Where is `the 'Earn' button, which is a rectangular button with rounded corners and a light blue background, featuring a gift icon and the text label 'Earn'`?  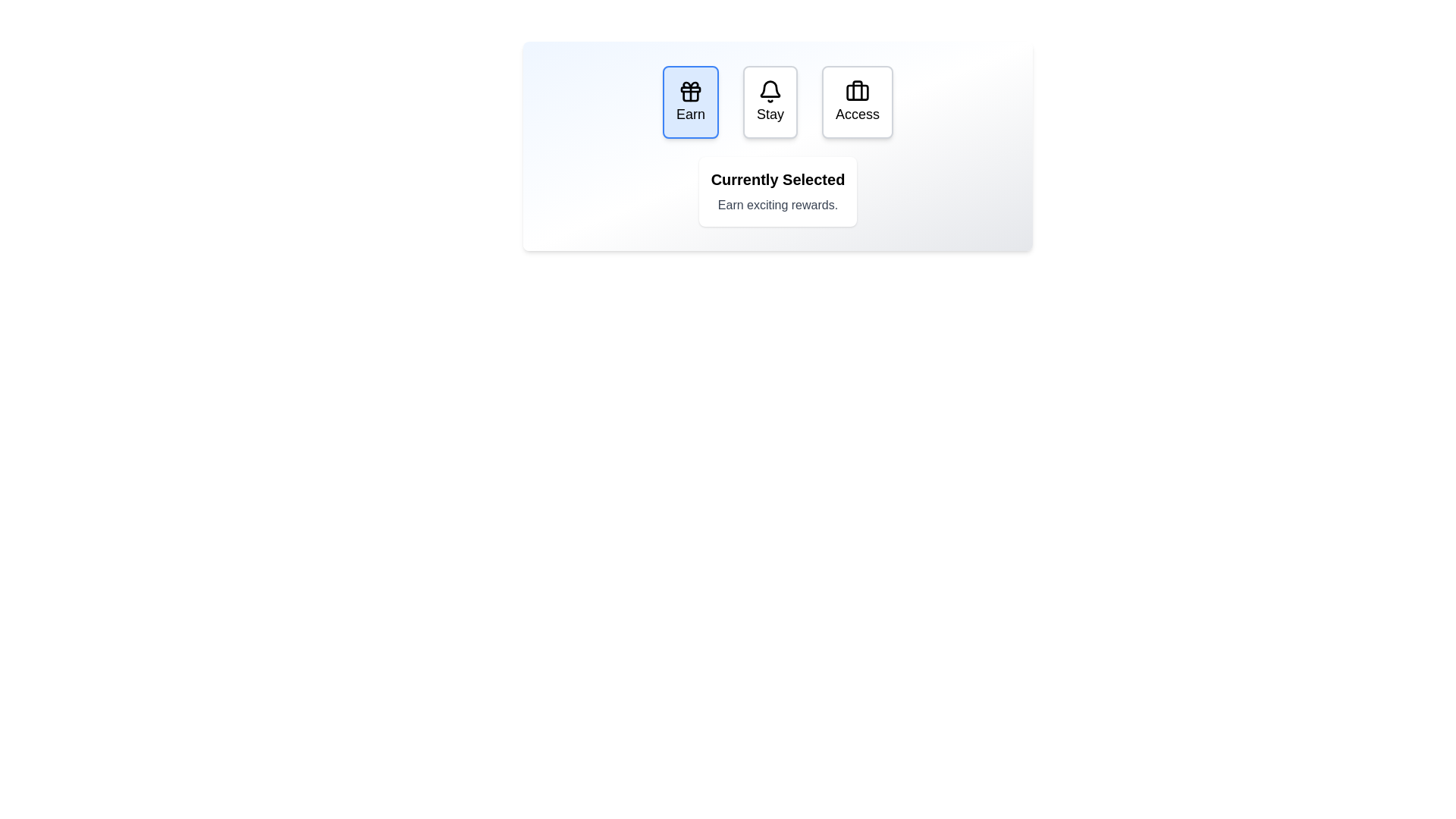
the 'Earn' button, which is a rectangular button with rounded corners and a light blue background, featuring a gift icon and the text label 'Earn' is located at coordinates (690, 102).